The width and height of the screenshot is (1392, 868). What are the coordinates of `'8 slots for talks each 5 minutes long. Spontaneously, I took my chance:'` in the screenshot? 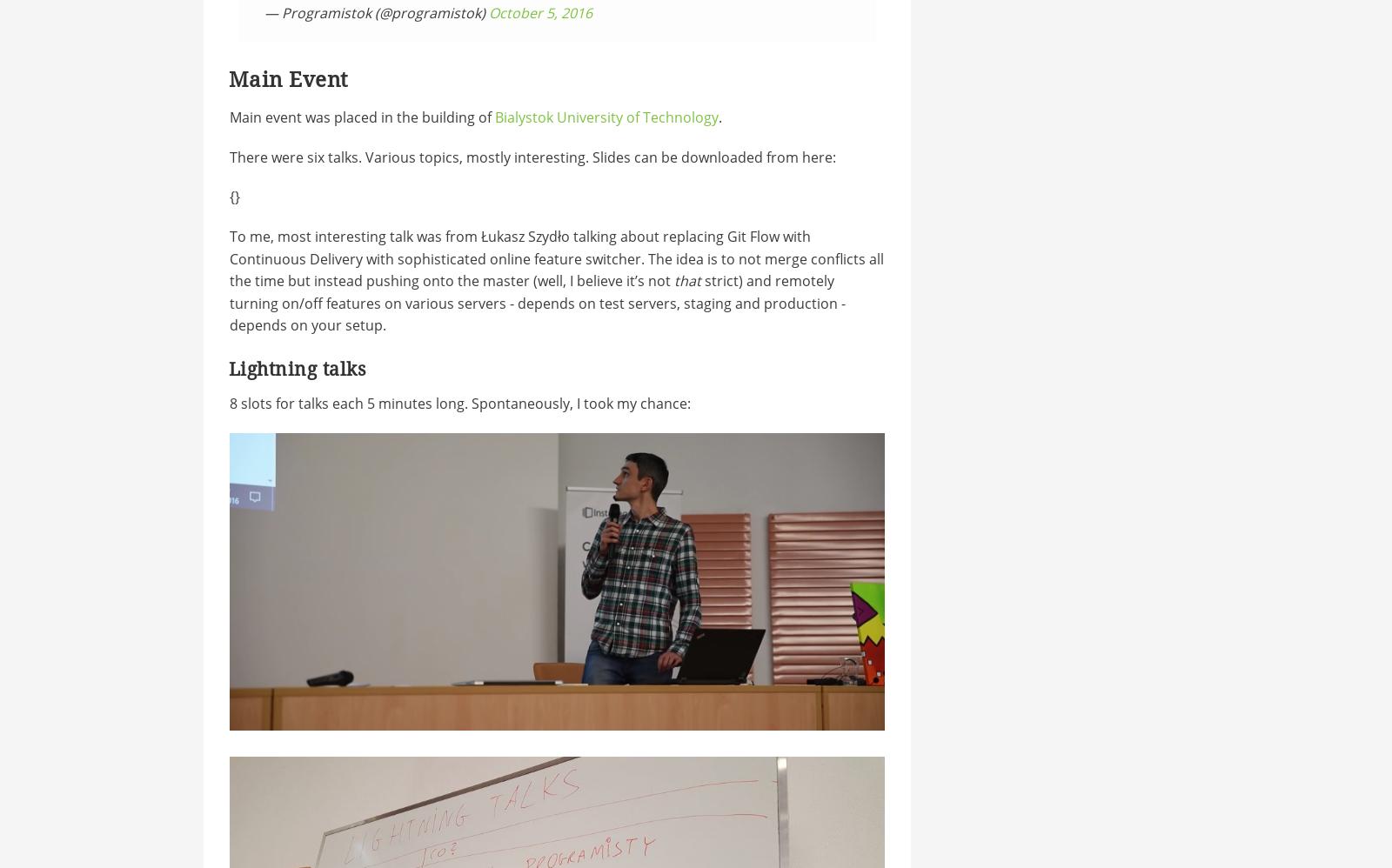 It's located at (229, 402).